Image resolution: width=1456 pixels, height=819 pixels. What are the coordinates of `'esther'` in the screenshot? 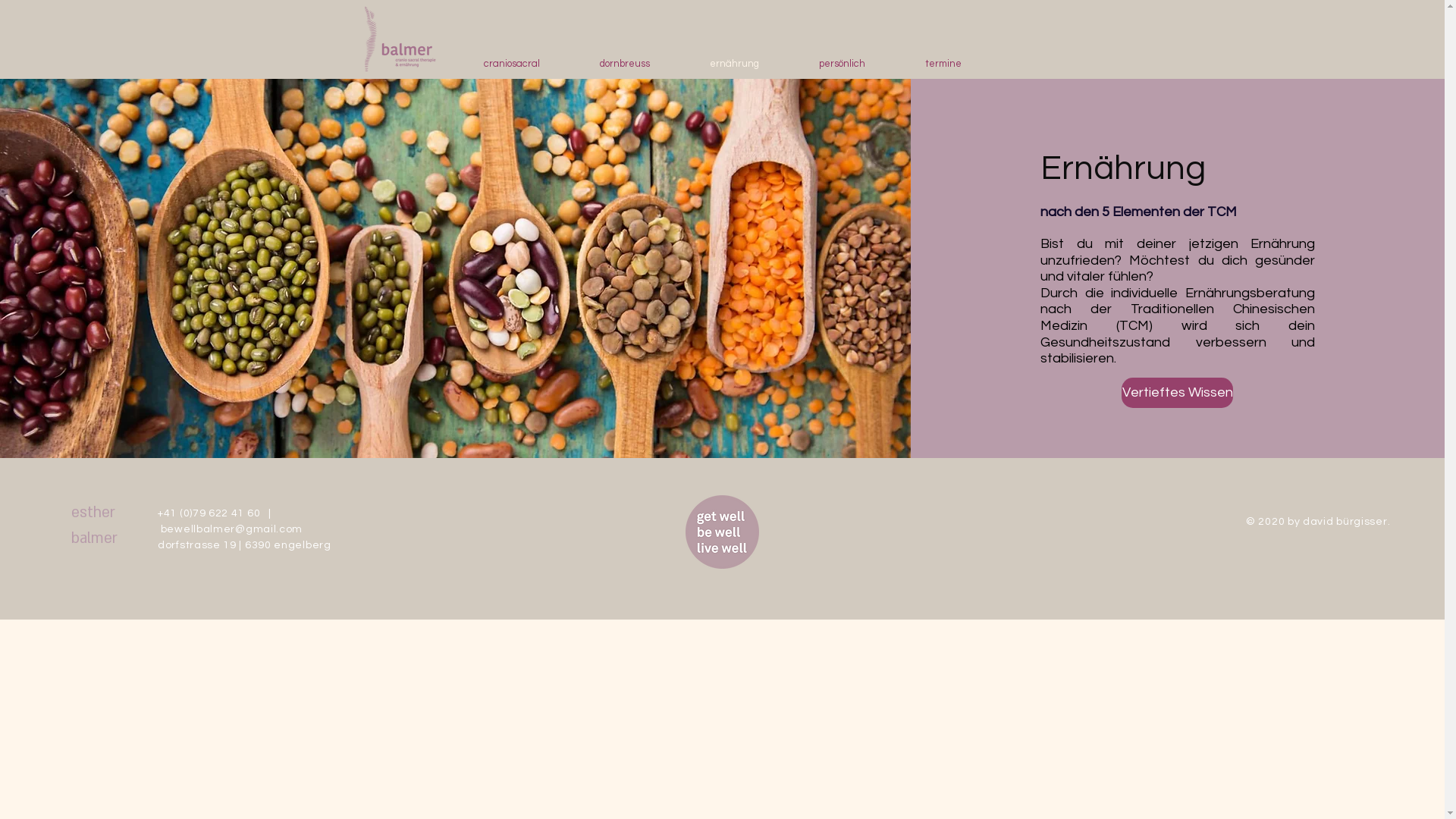 It's located at (93, 512).